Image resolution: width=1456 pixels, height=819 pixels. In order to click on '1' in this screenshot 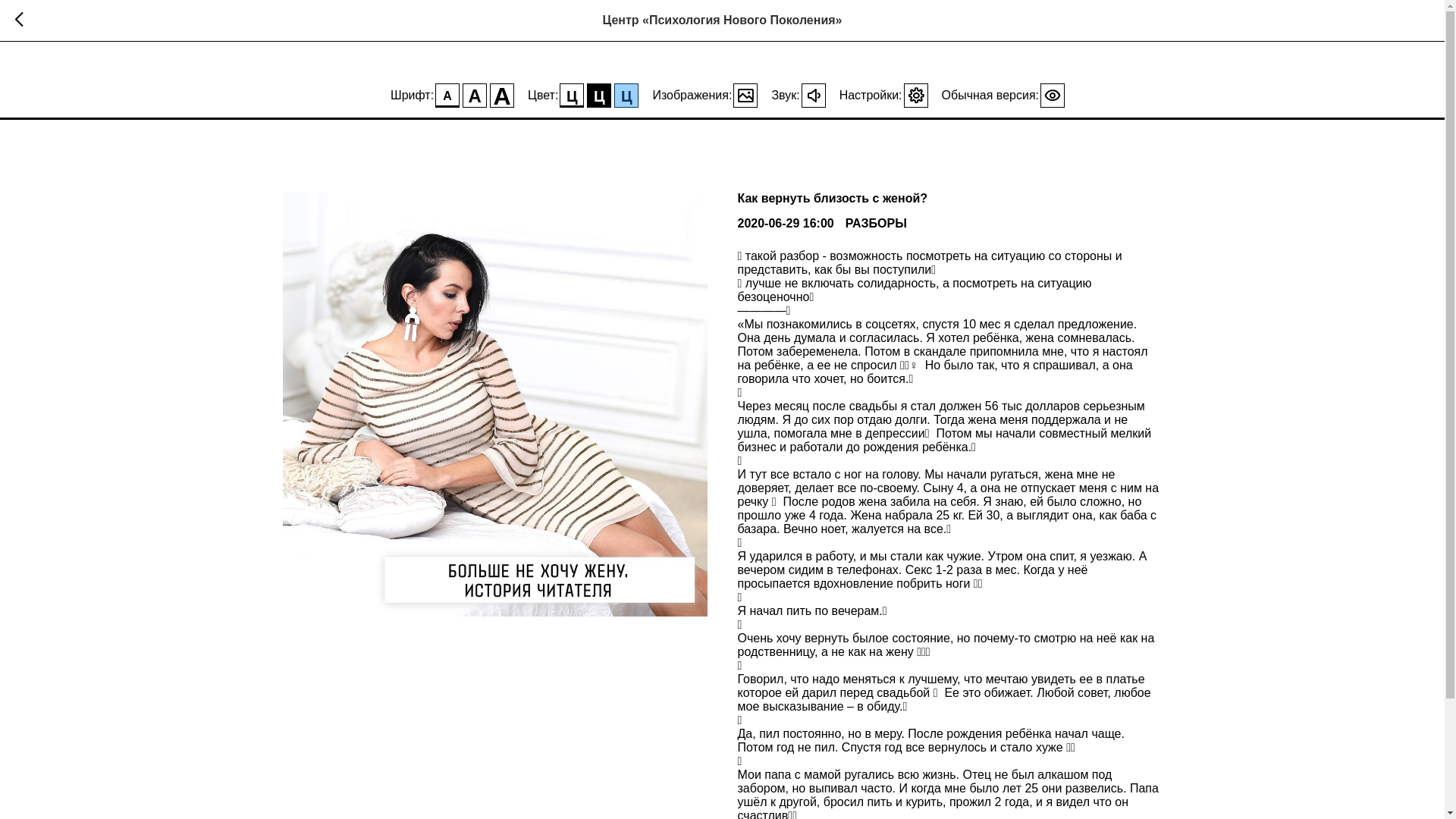, I will do `click(745, 96)`.